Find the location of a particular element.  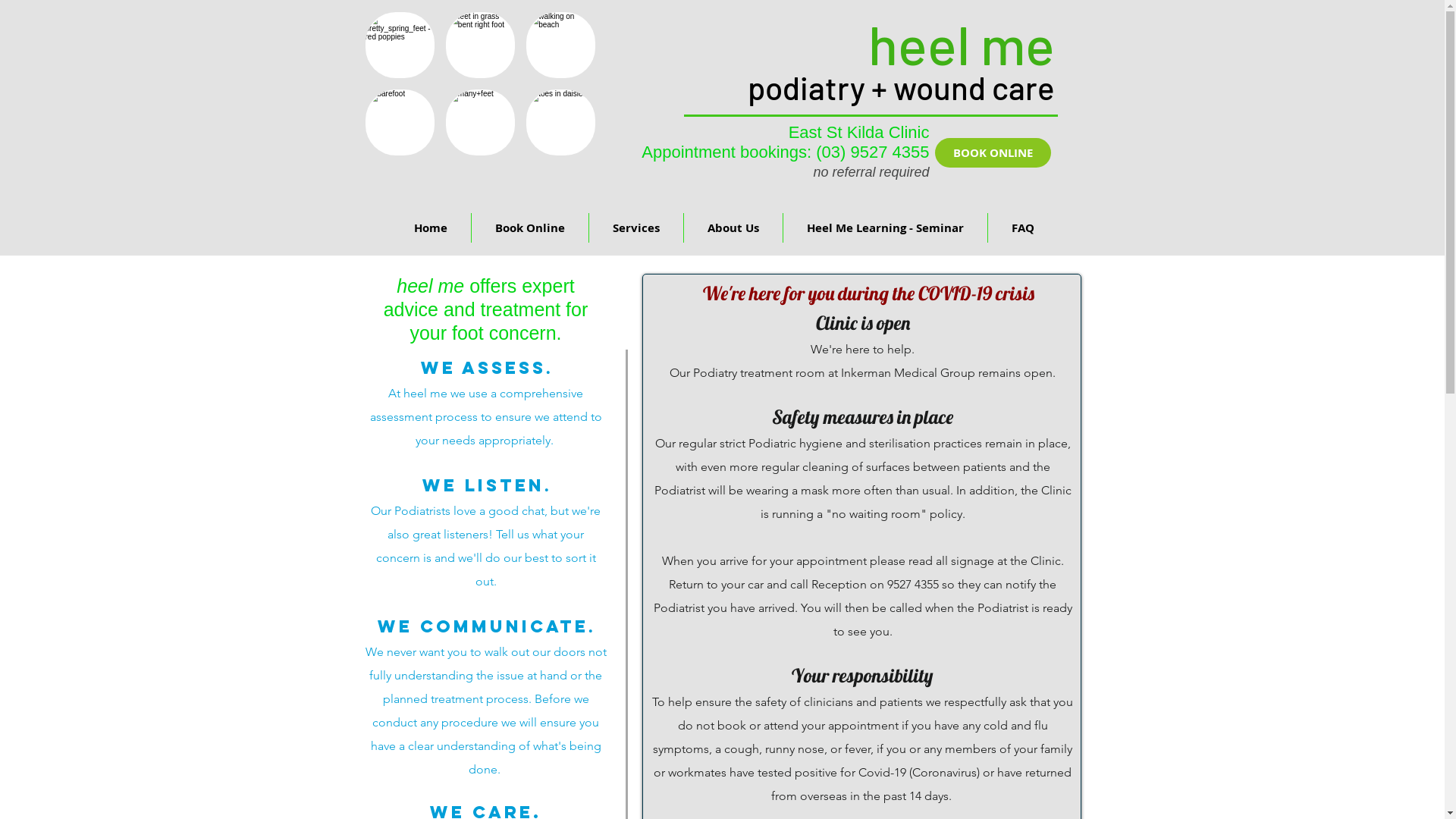

'About Us' is located at coordinates (733, 227).